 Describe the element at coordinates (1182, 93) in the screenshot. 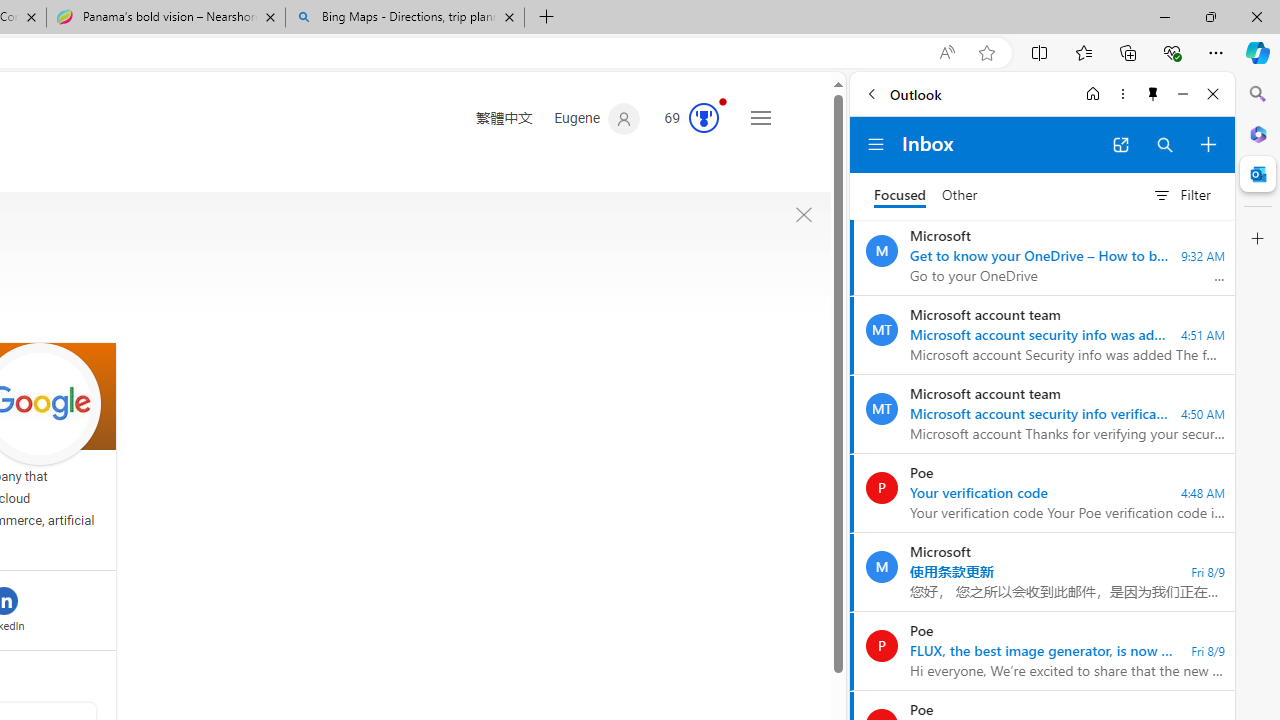

I see `'Minimize'` at that location.